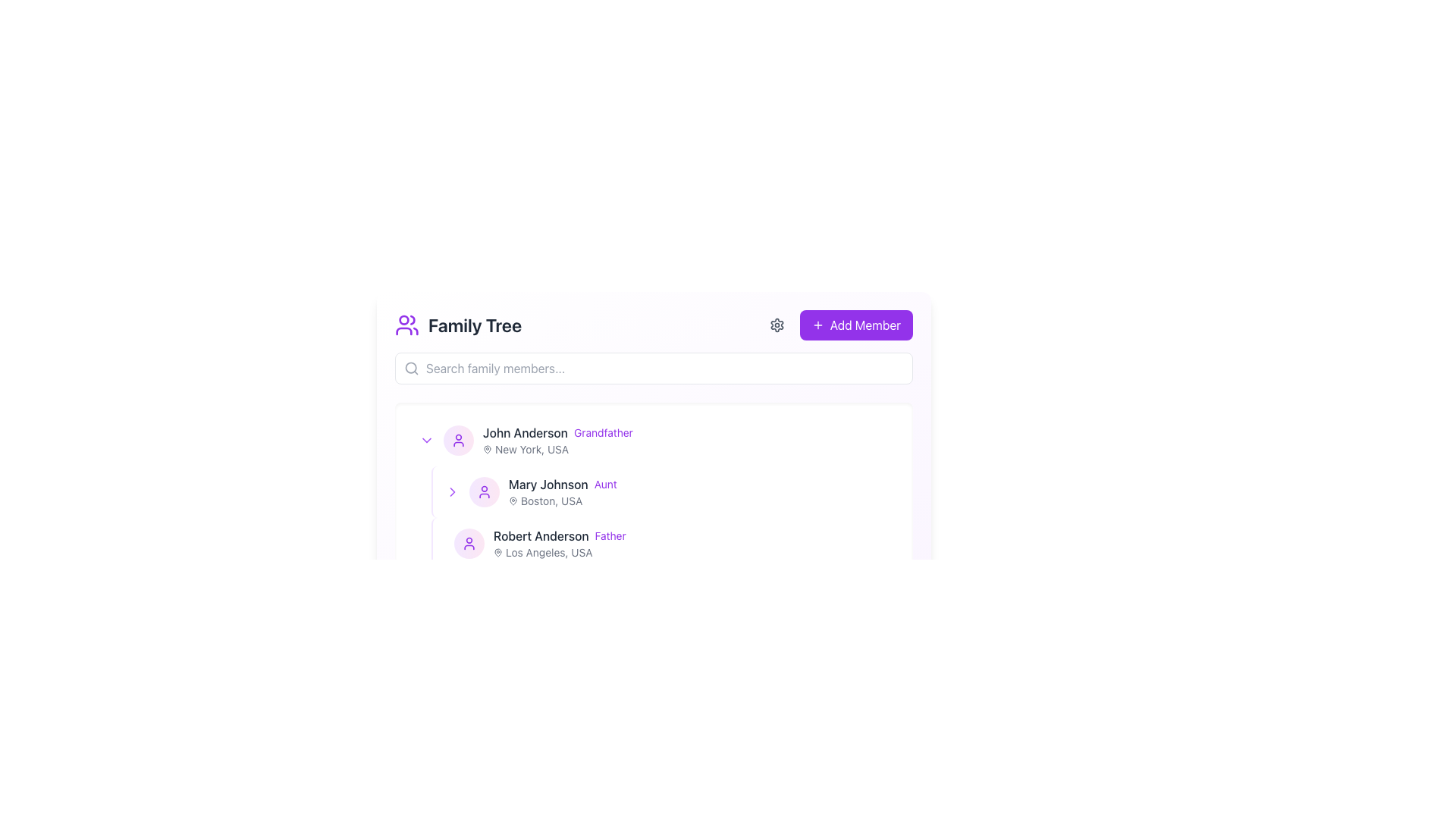  What do you see at coordinates (551, 500) in the screenshot?
I see `the Text label that provides location-related information about 'Mary Johnson', positioned directly below her name in the family tree interface` at bounding box center [551, 500].